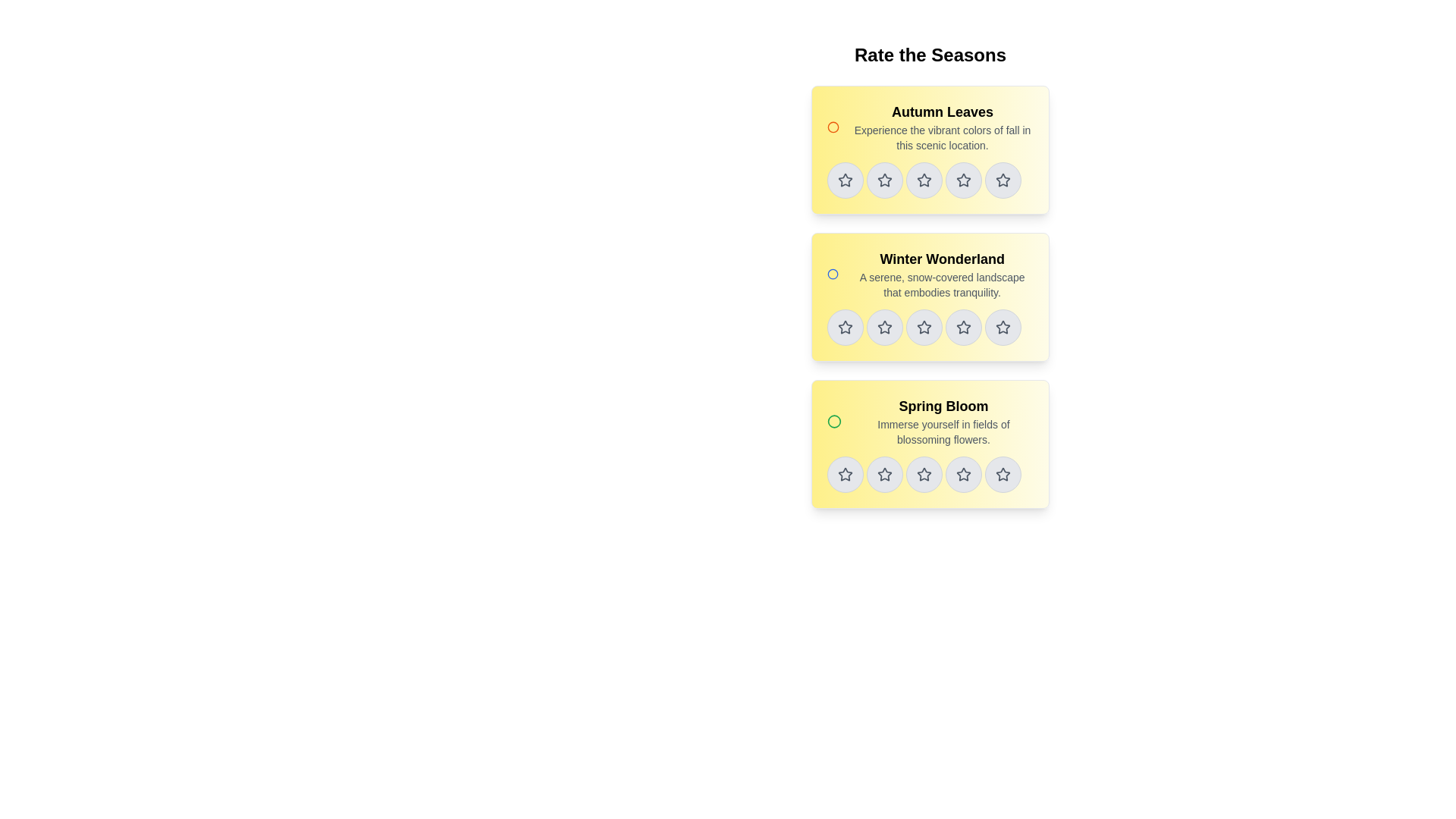  What do you see at coordinates (930, 127) in the screenshot?
I see `the title and description text block located at the top of the first yellow rectangular card in the list of seasons` at bounding box center [930, 127].